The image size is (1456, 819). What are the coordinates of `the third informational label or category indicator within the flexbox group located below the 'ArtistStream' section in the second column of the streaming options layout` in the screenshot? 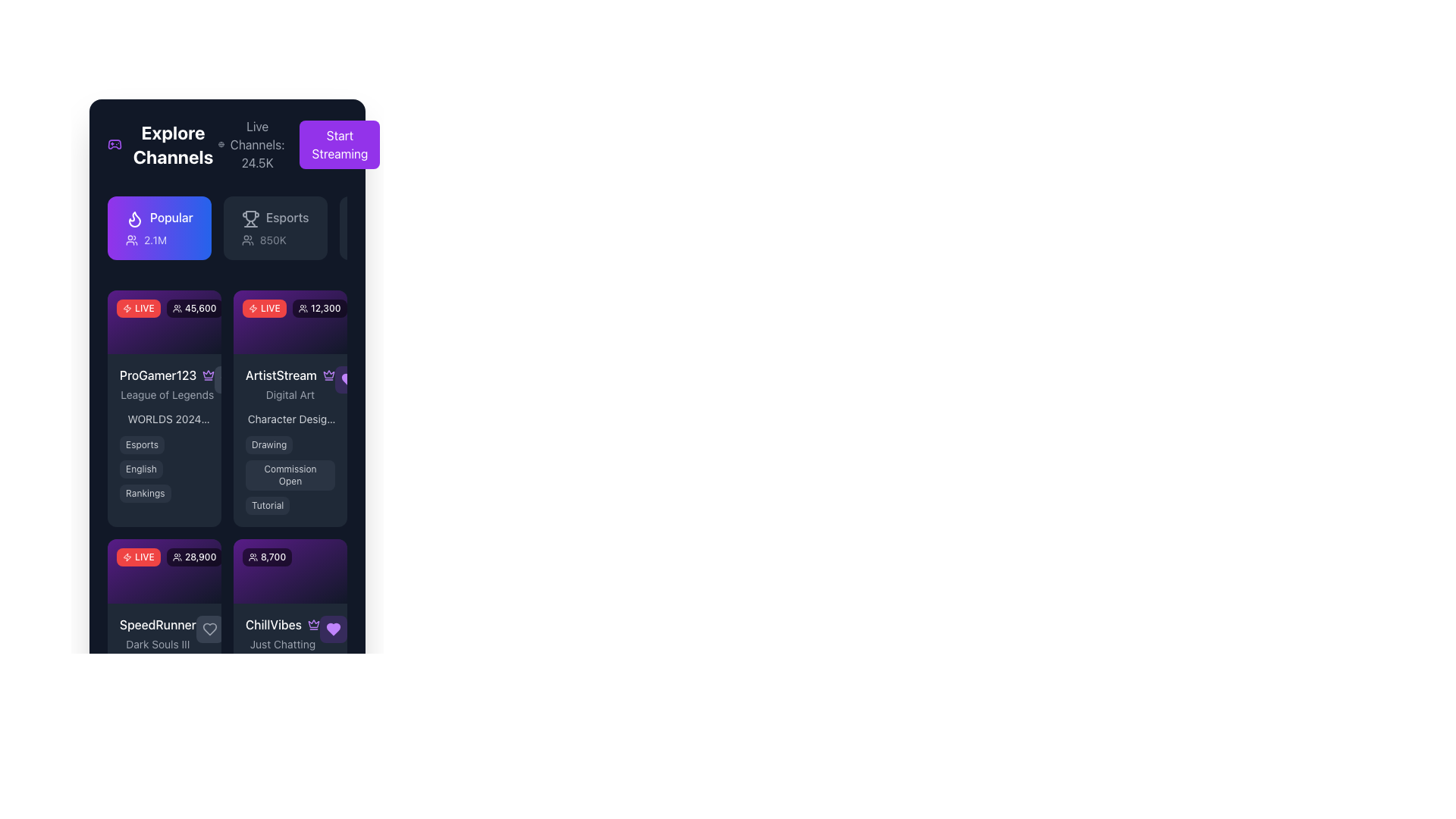 It's located at (268, 506).